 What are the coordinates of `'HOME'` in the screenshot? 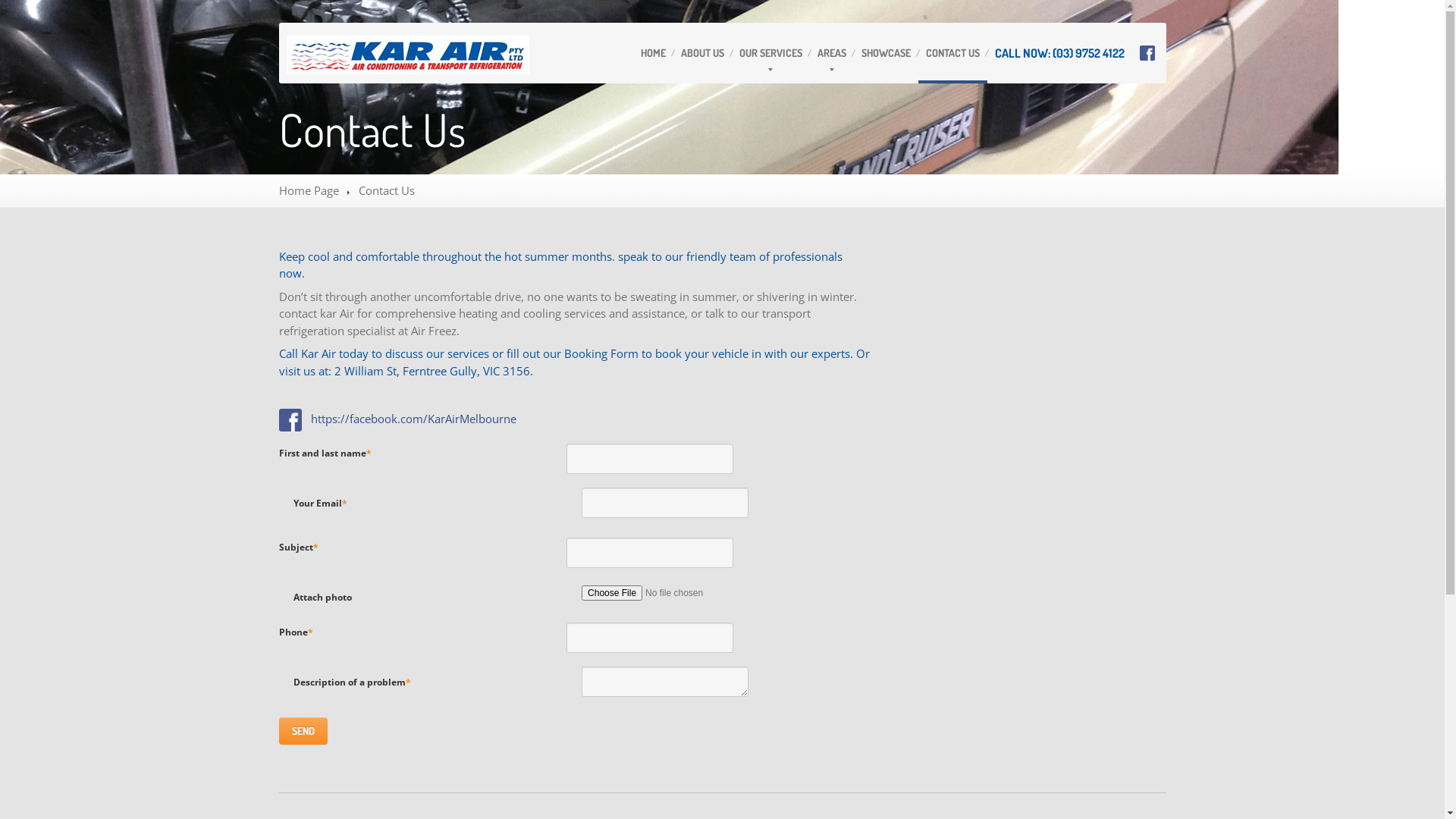 It's located at (632, 52).